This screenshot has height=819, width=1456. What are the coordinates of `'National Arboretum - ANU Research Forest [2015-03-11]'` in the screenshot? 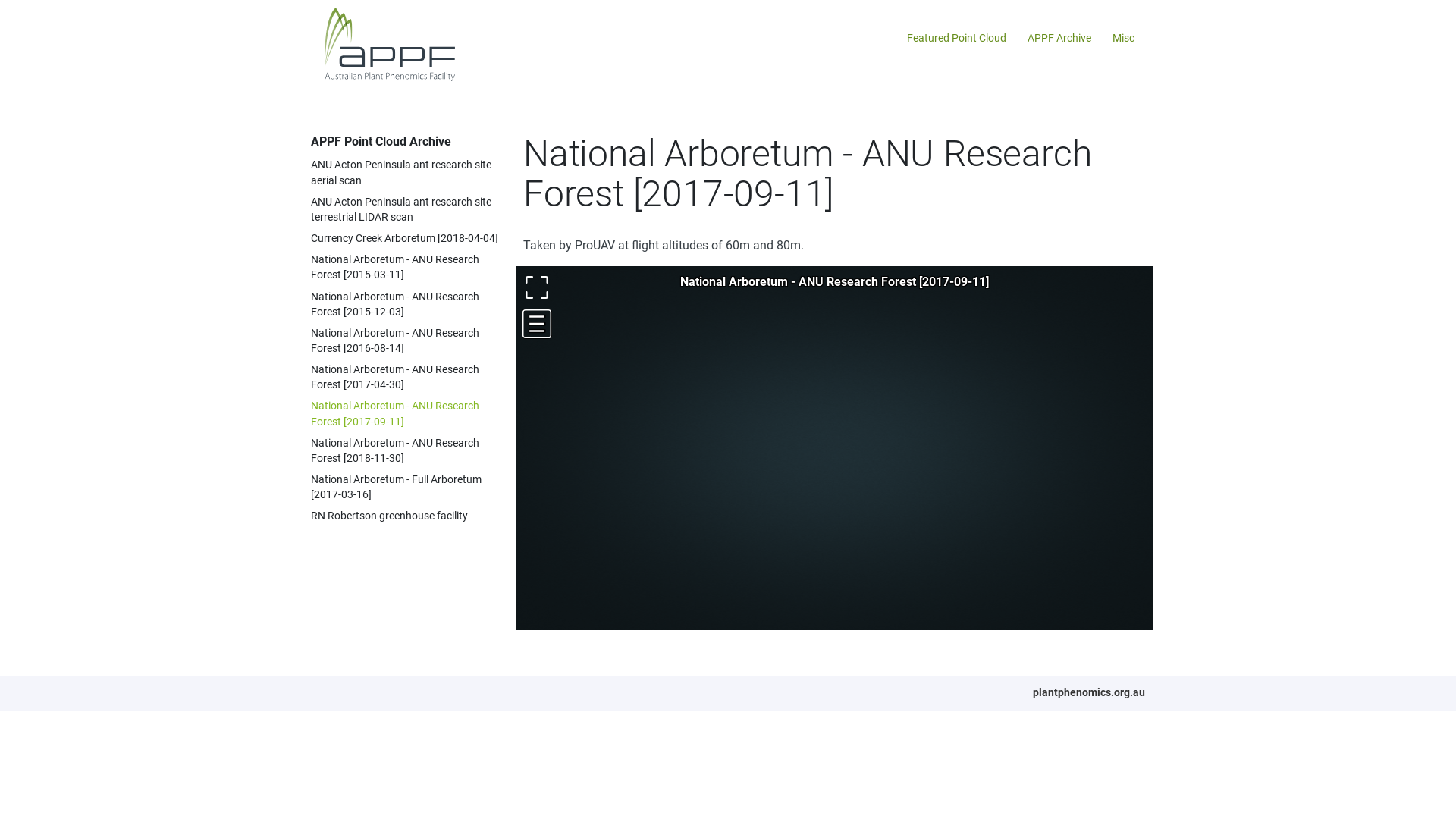 It's located at (395, 266).